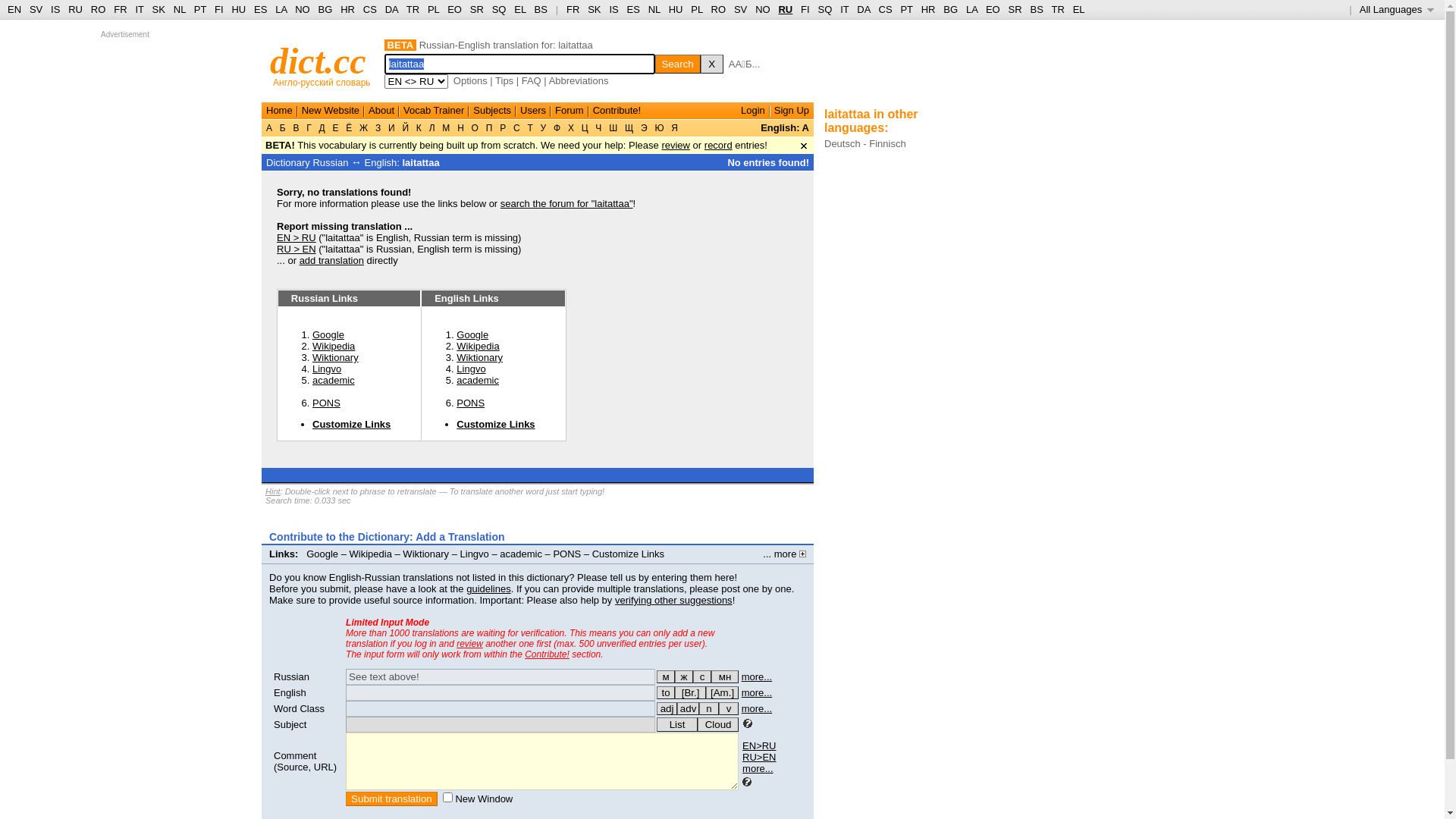 The width and height of the screenshot is (1456, 819). Describe the element at coordinates (721, 692) in the screenshot. I see `'(esp.) American English'` at that location.